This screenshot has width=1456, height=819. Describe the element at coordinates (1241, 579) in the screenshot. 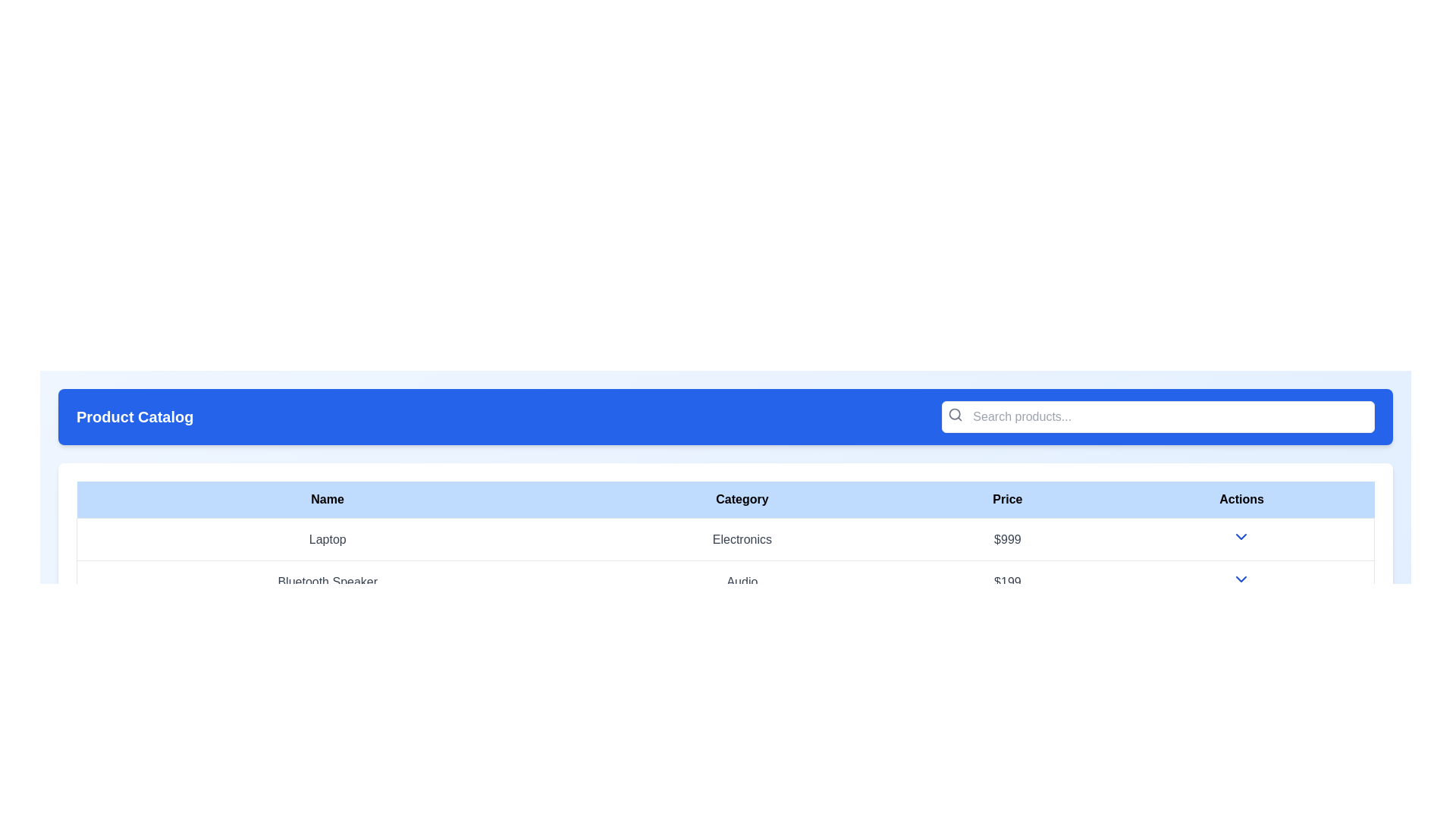

I see `the interactive dropdown menu toggle located in the last column of the second row under the 'Actions' header` at that location.